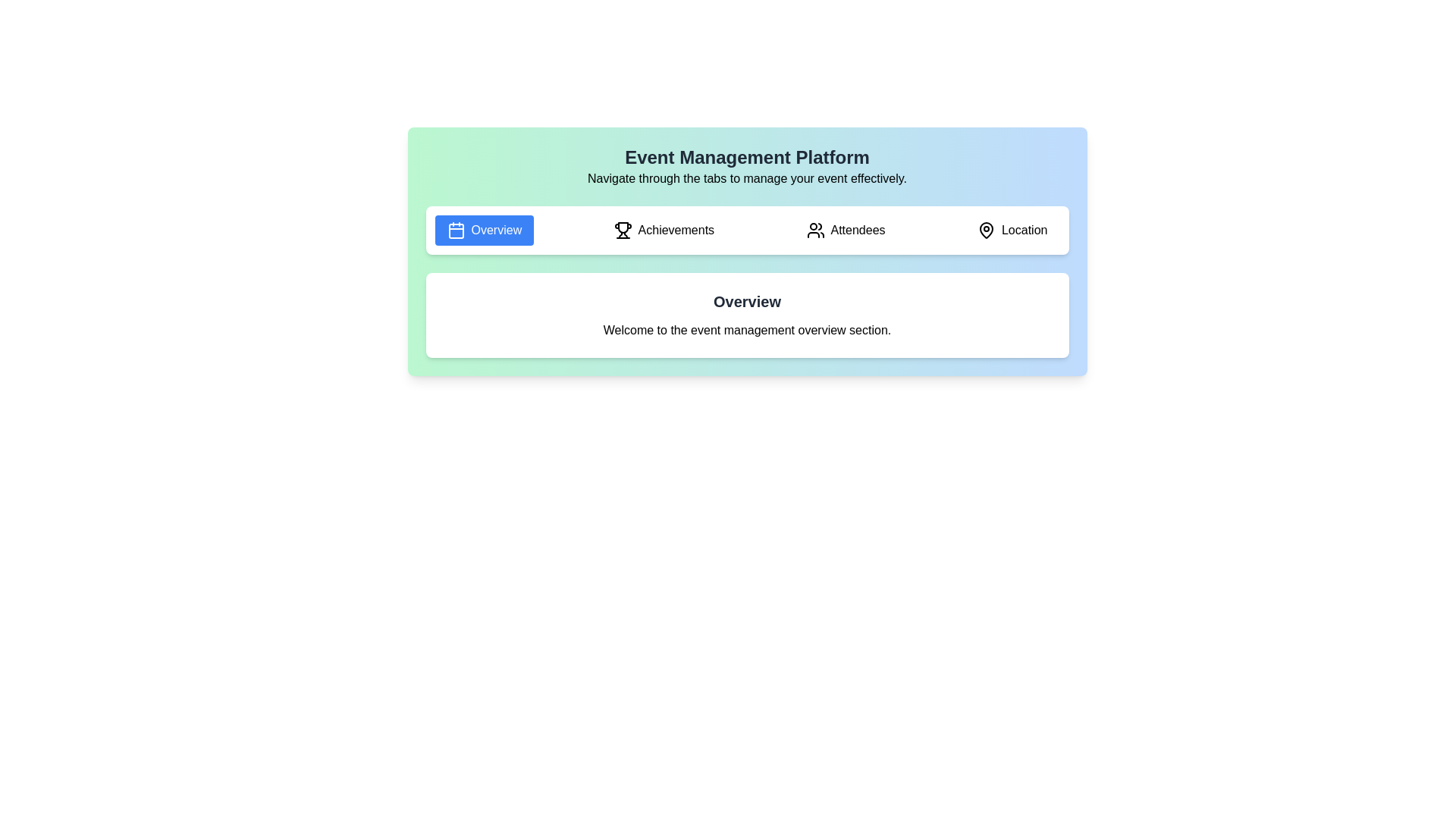  What do you see at coordinates (623, 231) in the screenshot?
I see `the achievements icon located in the second tab of the navigation bar, positioned to the immediate left of the 'Achievements' text label` at bounding box center [623, 231].